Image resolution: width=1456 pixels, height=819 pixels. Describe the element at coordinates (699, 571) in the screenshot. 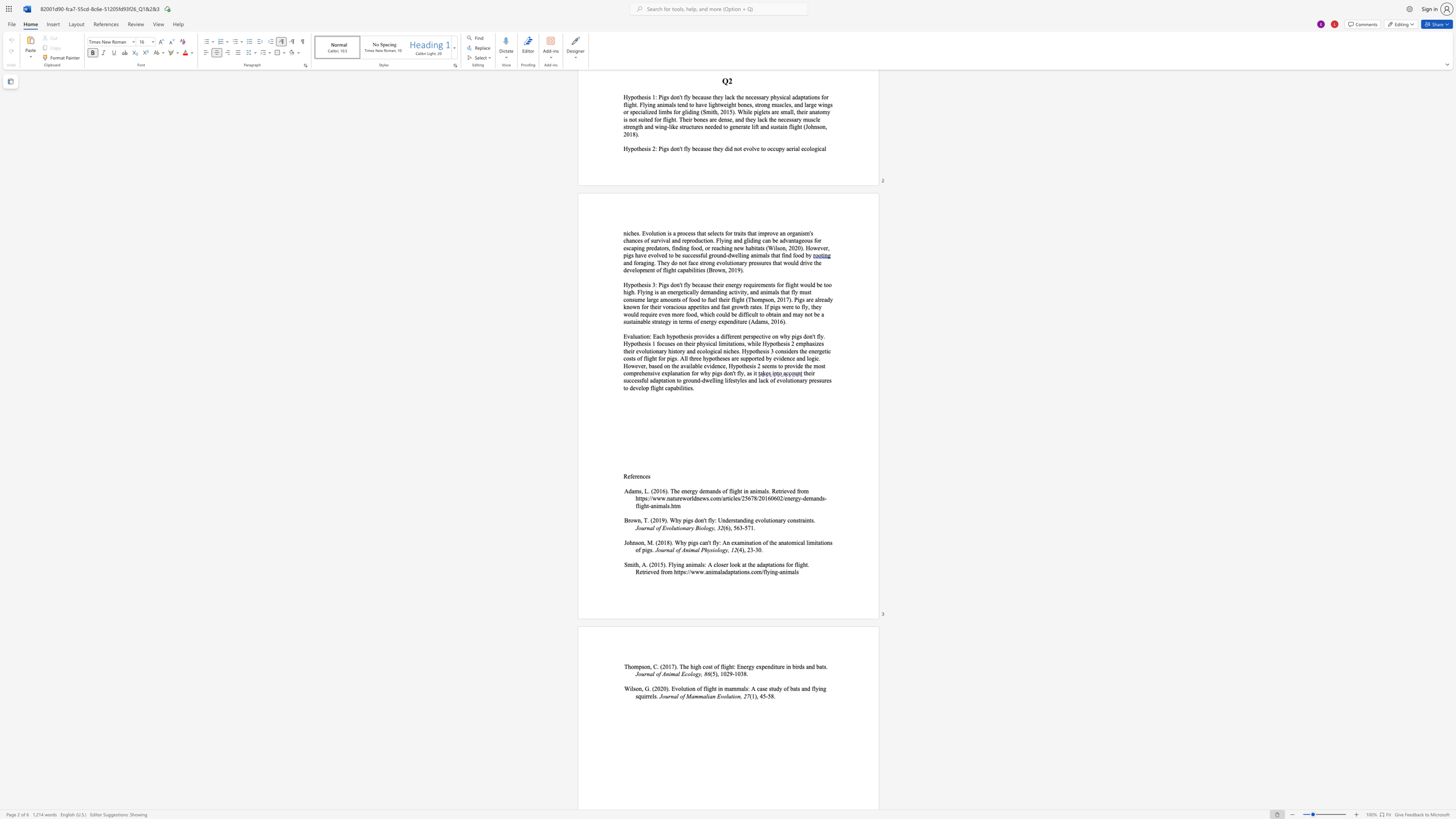

I see `the subset text "w.animaladaptations.com/flying-a" within the text "rom https://www.animaladaptations.com/flying-animals"` at that location.